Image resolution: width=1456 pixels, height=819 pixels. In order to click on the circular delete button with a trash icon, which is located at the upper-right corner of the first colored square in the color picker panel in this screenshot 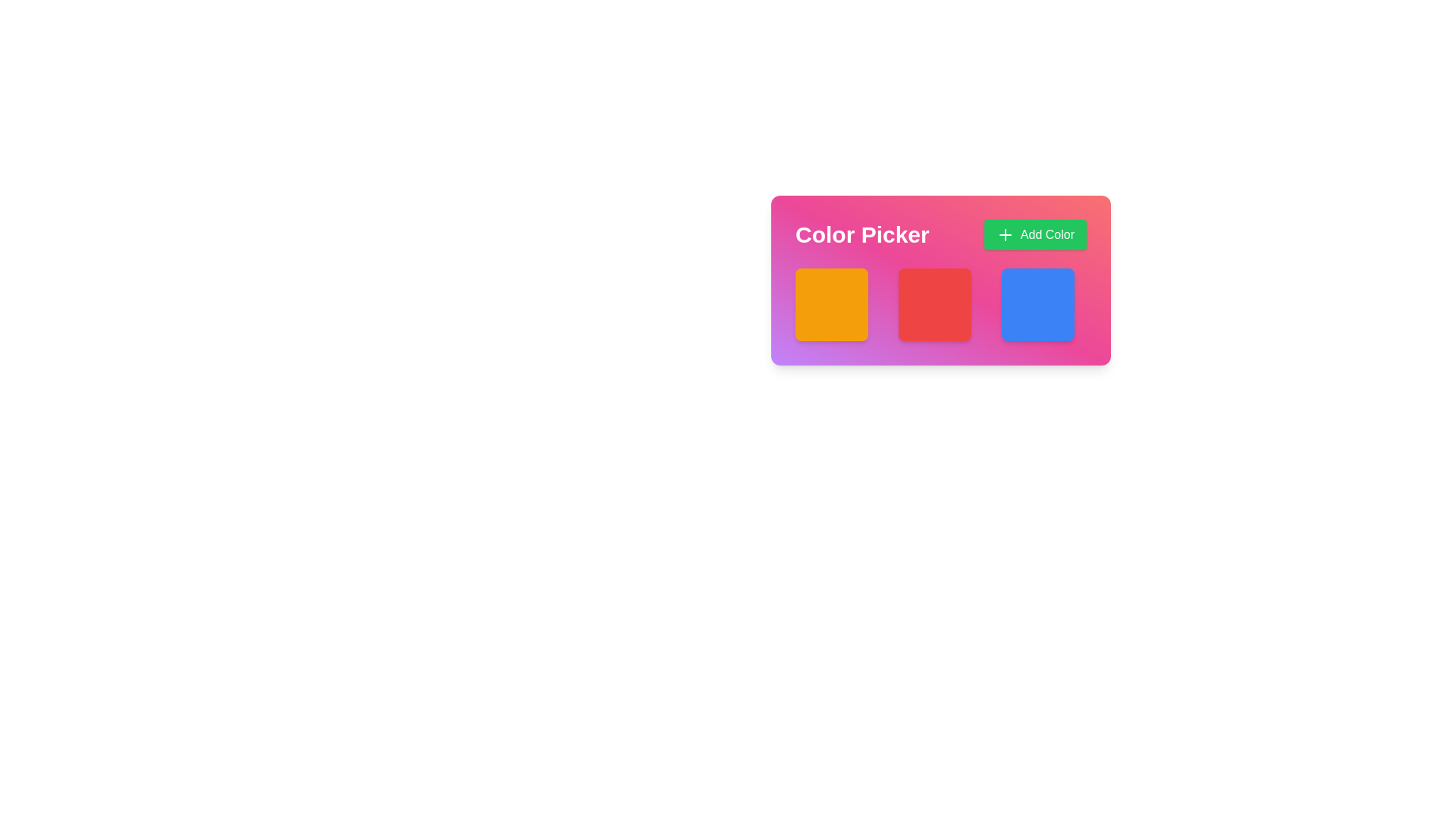, I will do `click(866, 281)`.